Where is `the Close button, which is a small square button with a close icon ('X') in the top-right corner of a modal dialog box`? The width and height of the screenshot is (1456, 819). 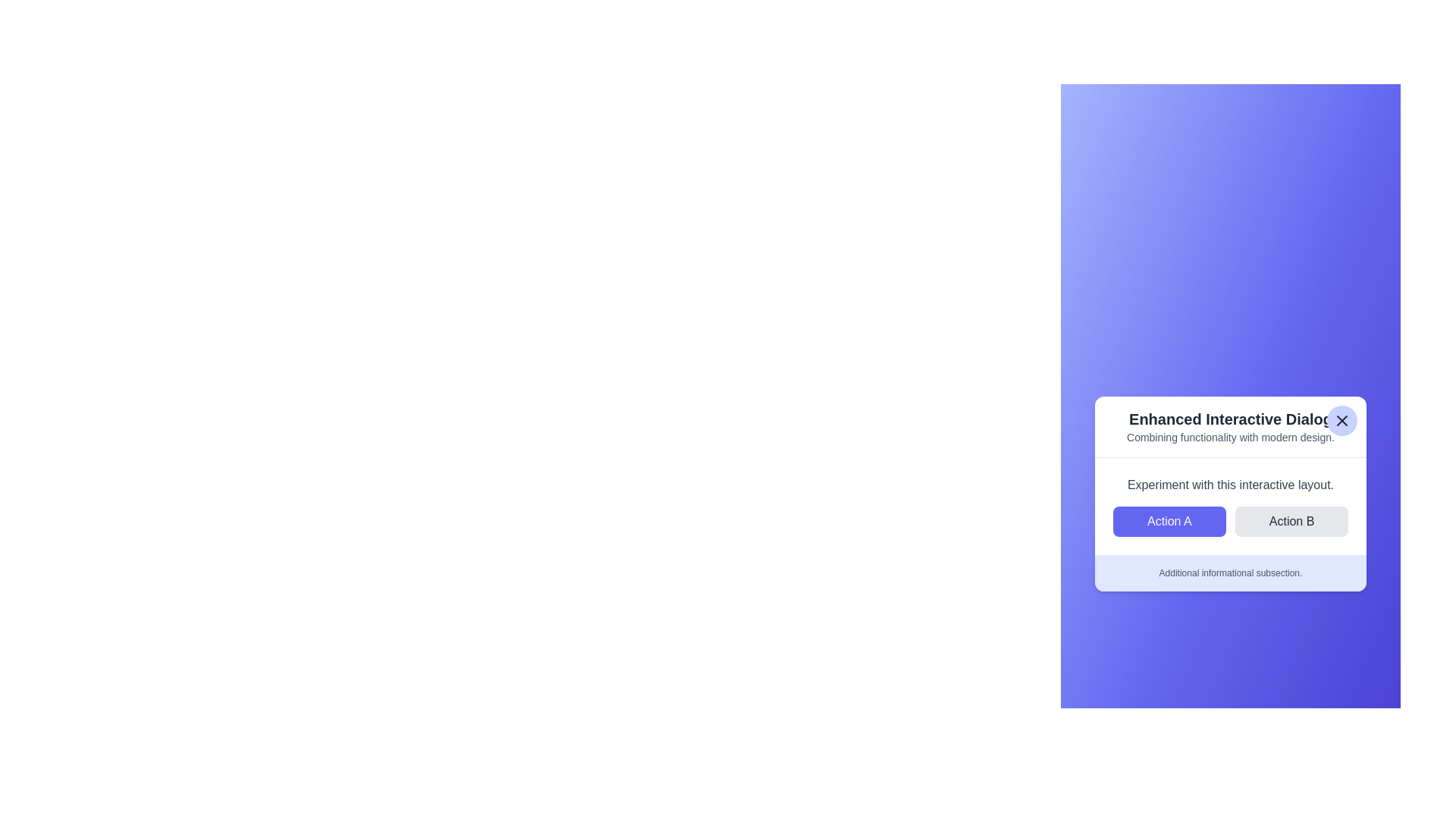
the Close button, which is a small square button with a close icon ('X') in the top-right corner of a modal dialog box is located at coordinates (1342, 420).